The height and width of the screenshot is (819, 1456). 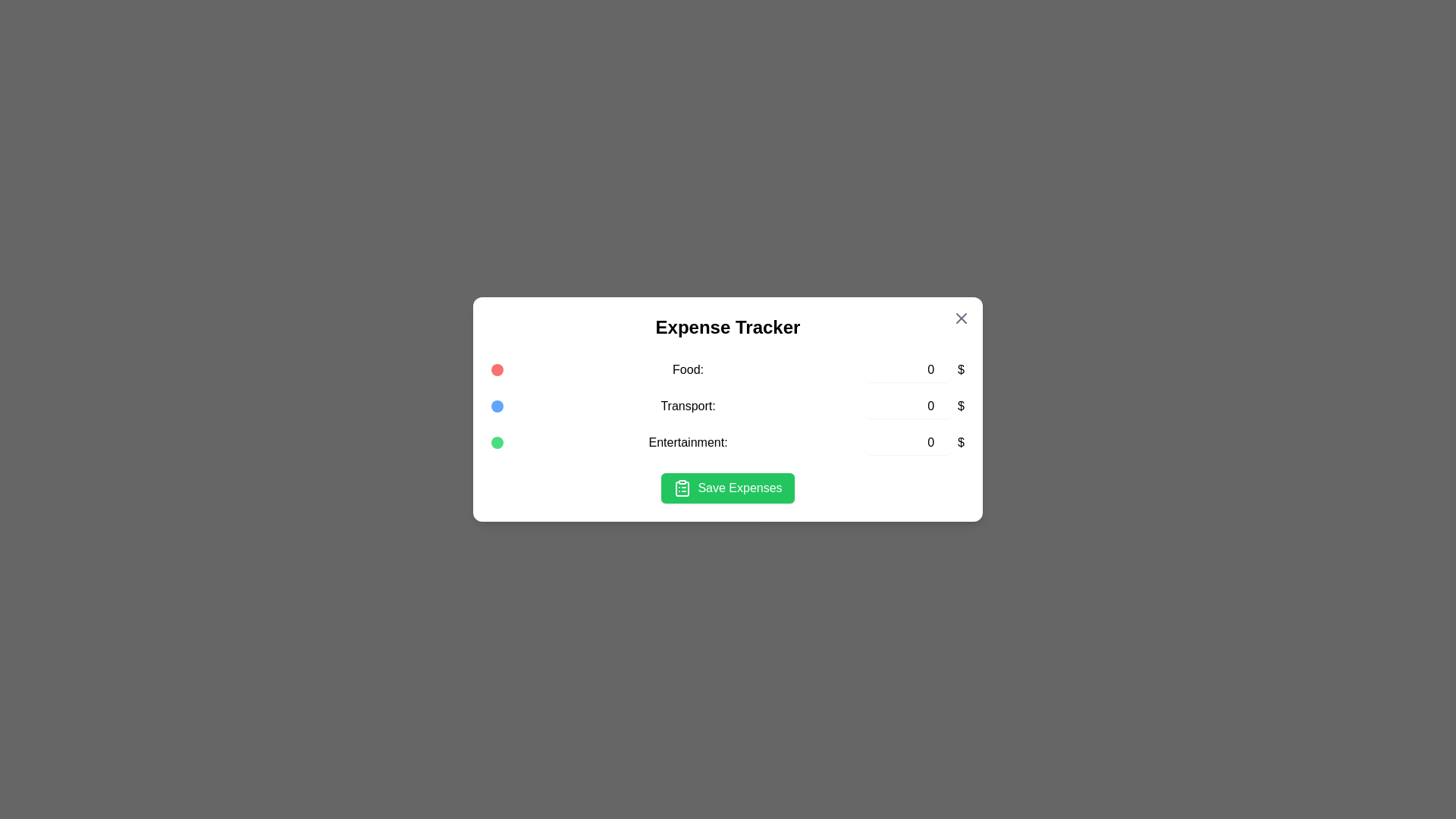 What do you see at coordinates (909, 406) in the screenshot?
I see `the expense amount for the 'Transport' category to 2853` at bounding box center [909, 406].